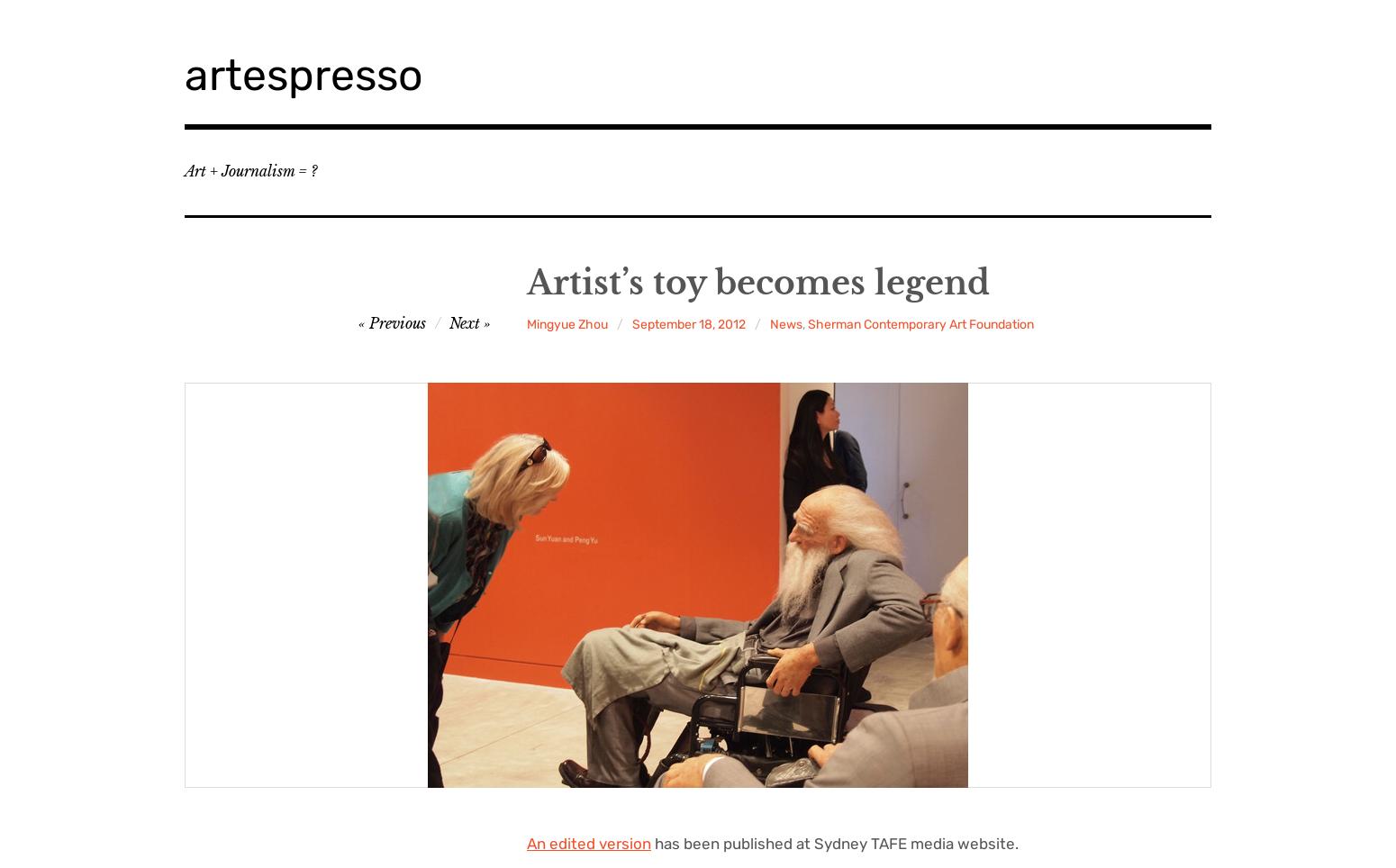 The image size is (1396, 868). I want to click on 'Artist’s toy becomes legend', so click(757, 283).